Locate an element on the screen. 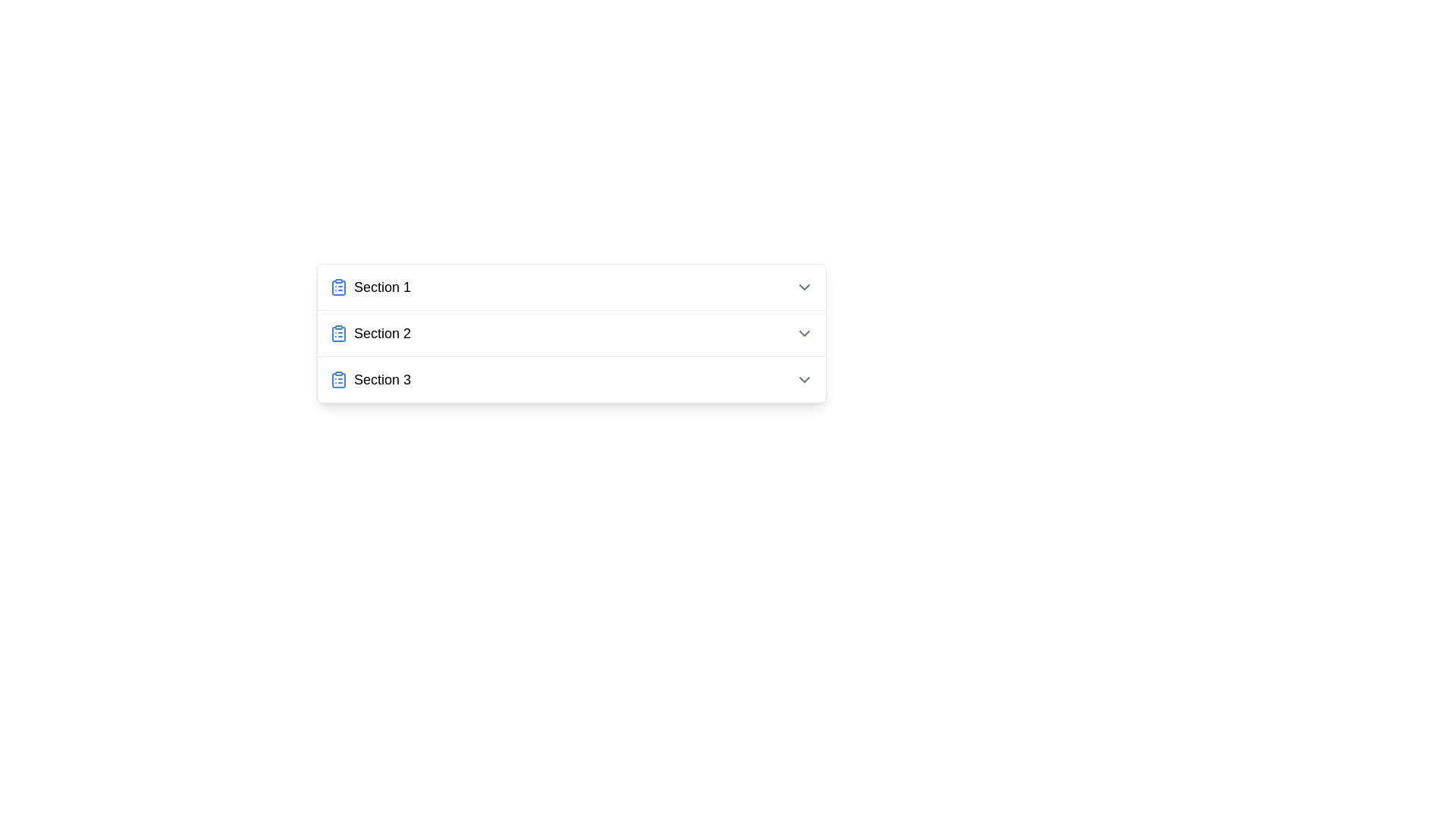 The image size is (1456, 819). the interactive label 'Section 1' which has a blue clipboard icon to the left of the text, positioned as the first entry in a vertical list is located at coordinates (370, 287).